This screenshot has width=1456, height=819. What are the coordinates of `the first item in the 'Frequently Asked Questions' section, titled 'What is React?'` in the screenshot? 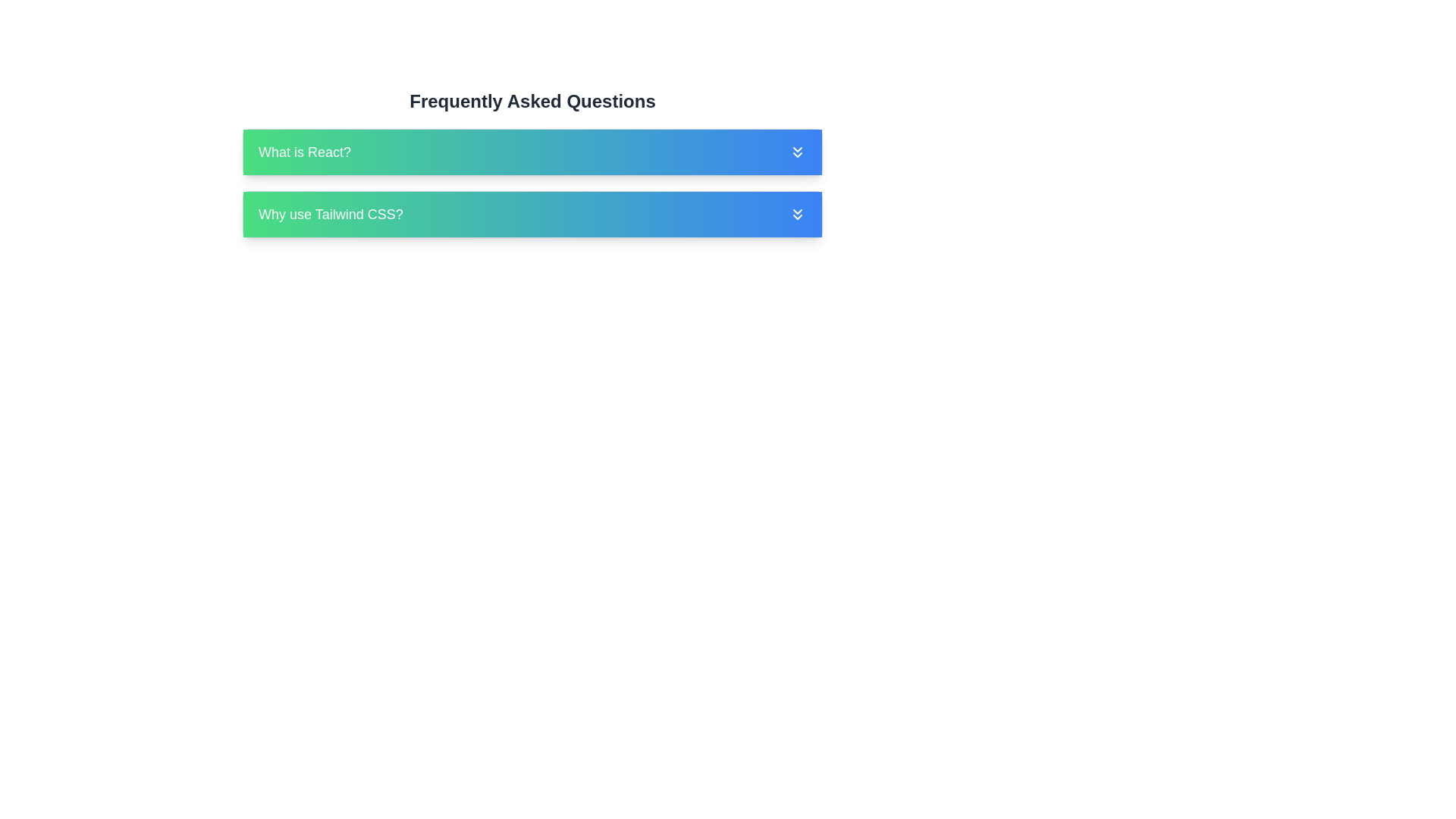 It's located at (532, 164).